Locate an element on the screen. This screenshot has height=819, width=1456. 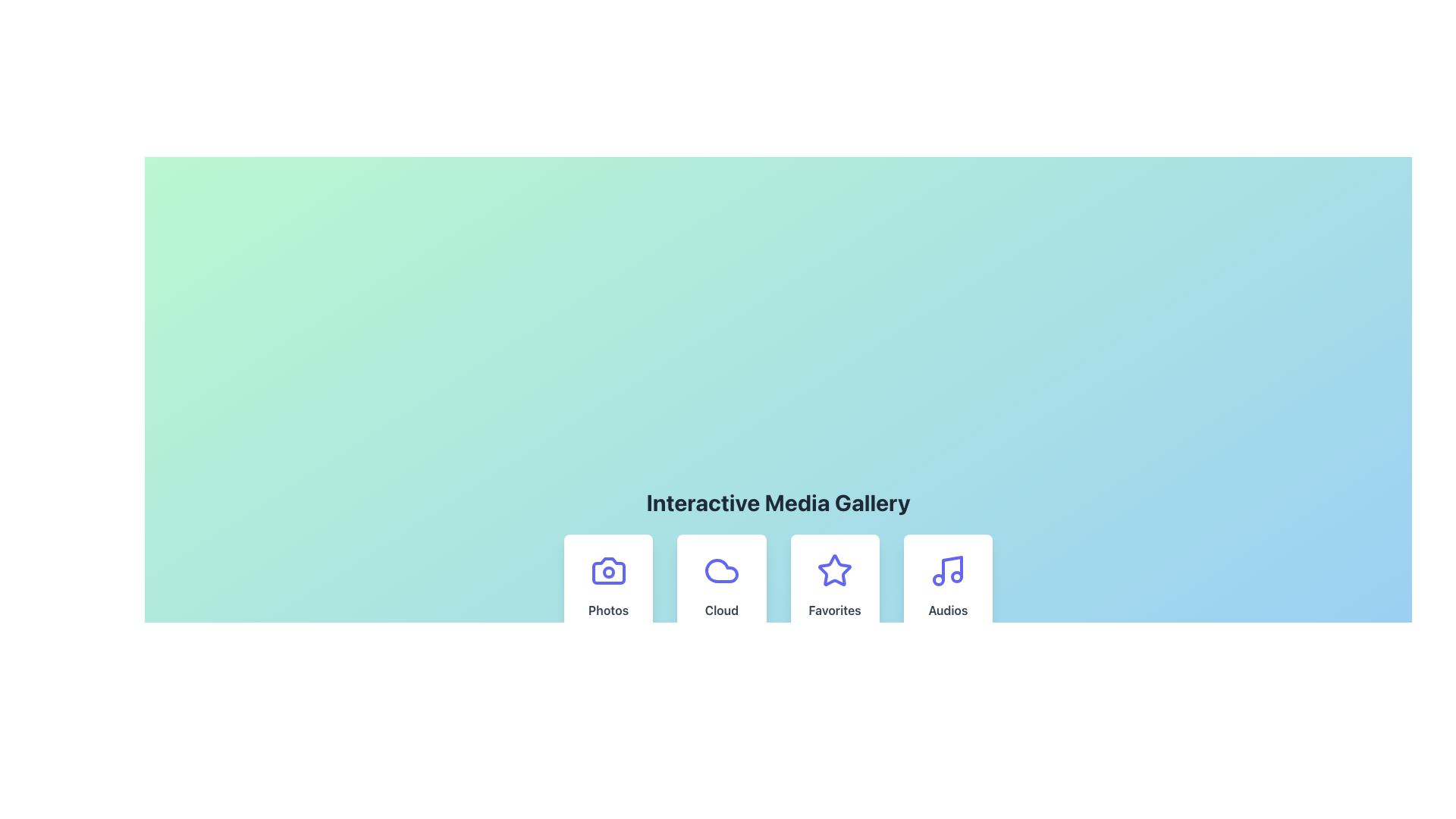
the visual design of the indigo camera icon located within the 'Photos' card in the 'Interactive Media Gallery' is located at coordinates (608, 570).